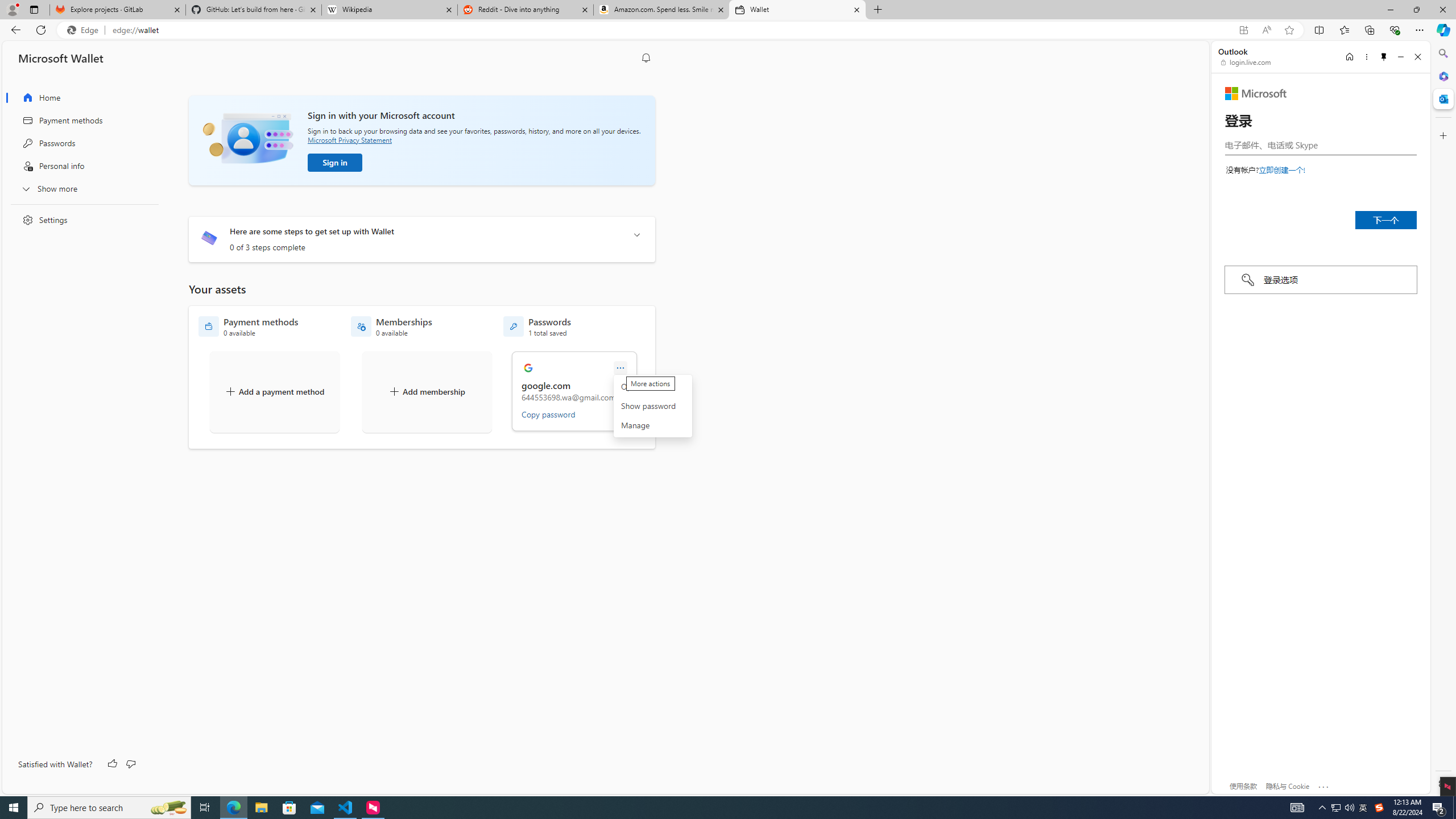 The width and height of the screenshot is (1456, 819). What do you see at coordinates (81, 166) in the screenshot?
I see `'Personal info'` at bounding box center [81, 166].